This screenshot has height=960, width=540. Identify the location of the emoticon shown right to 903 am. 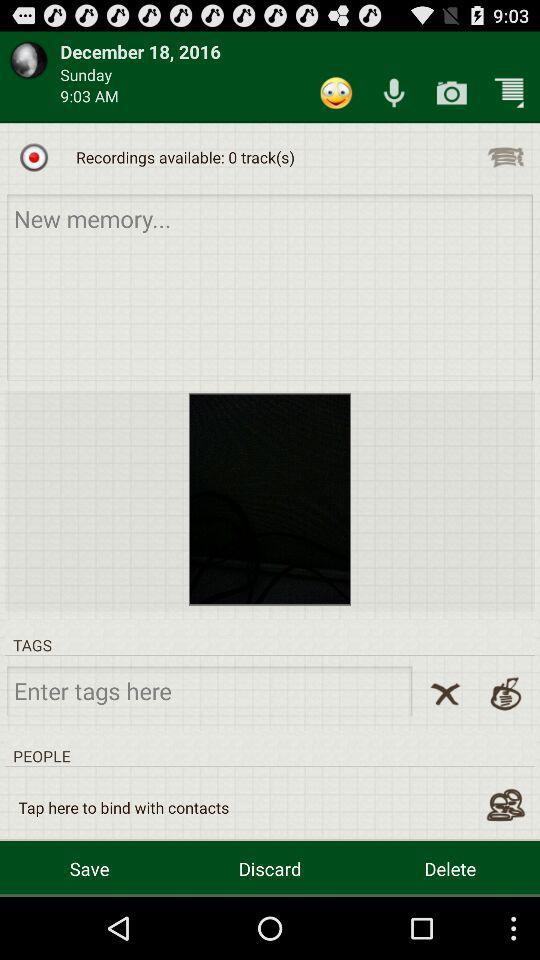
(336, 93).